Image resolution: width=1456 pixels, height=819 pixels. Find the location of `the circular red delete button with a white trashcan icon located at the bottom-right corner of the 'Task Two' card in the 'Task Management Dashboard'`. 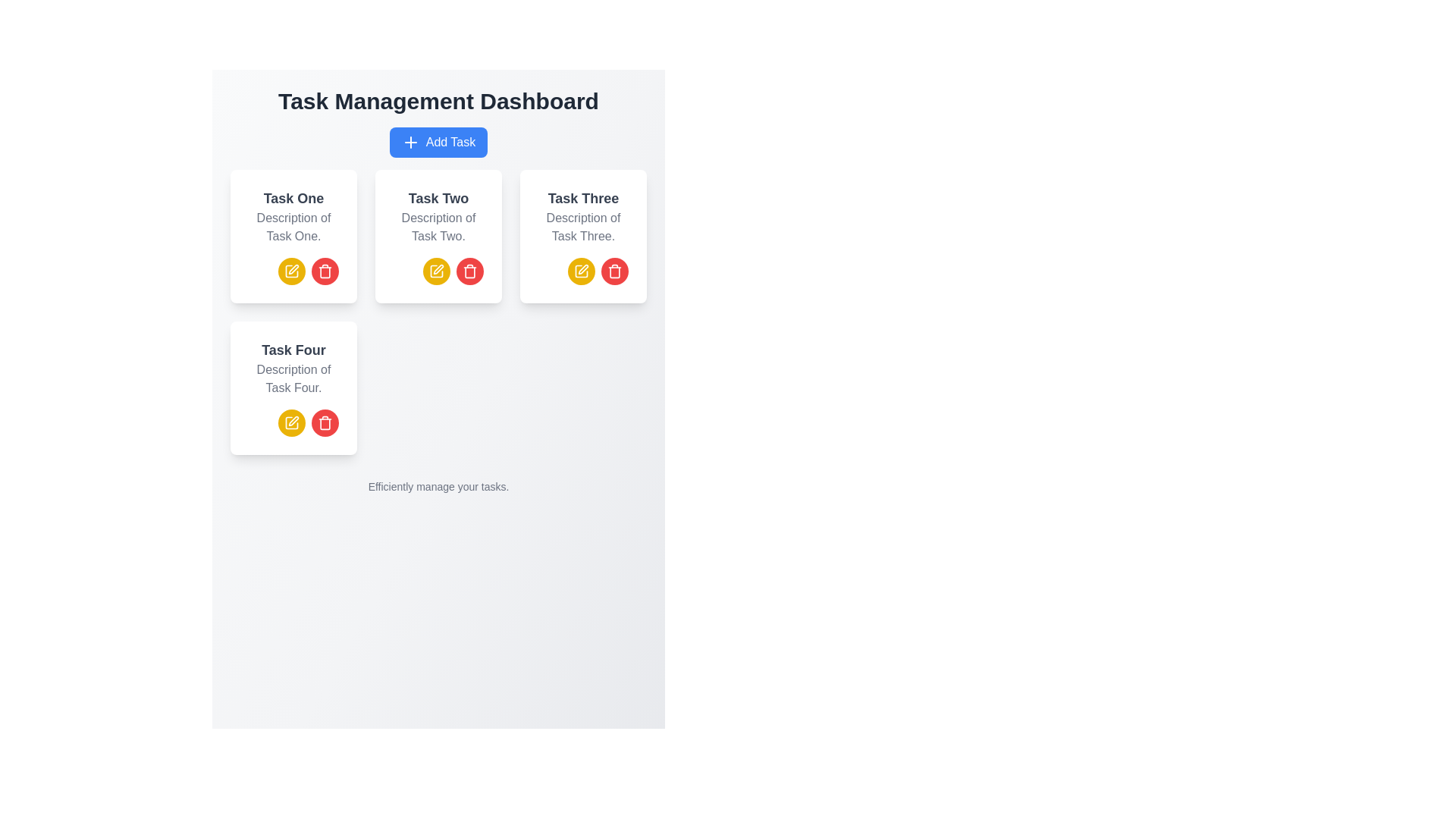

the circular red delete button with a white trashcan icon located at the bottom-right corner of the 'Task Two' card in the 'Task Management Dashboard' is located at coordinates (469, 271).